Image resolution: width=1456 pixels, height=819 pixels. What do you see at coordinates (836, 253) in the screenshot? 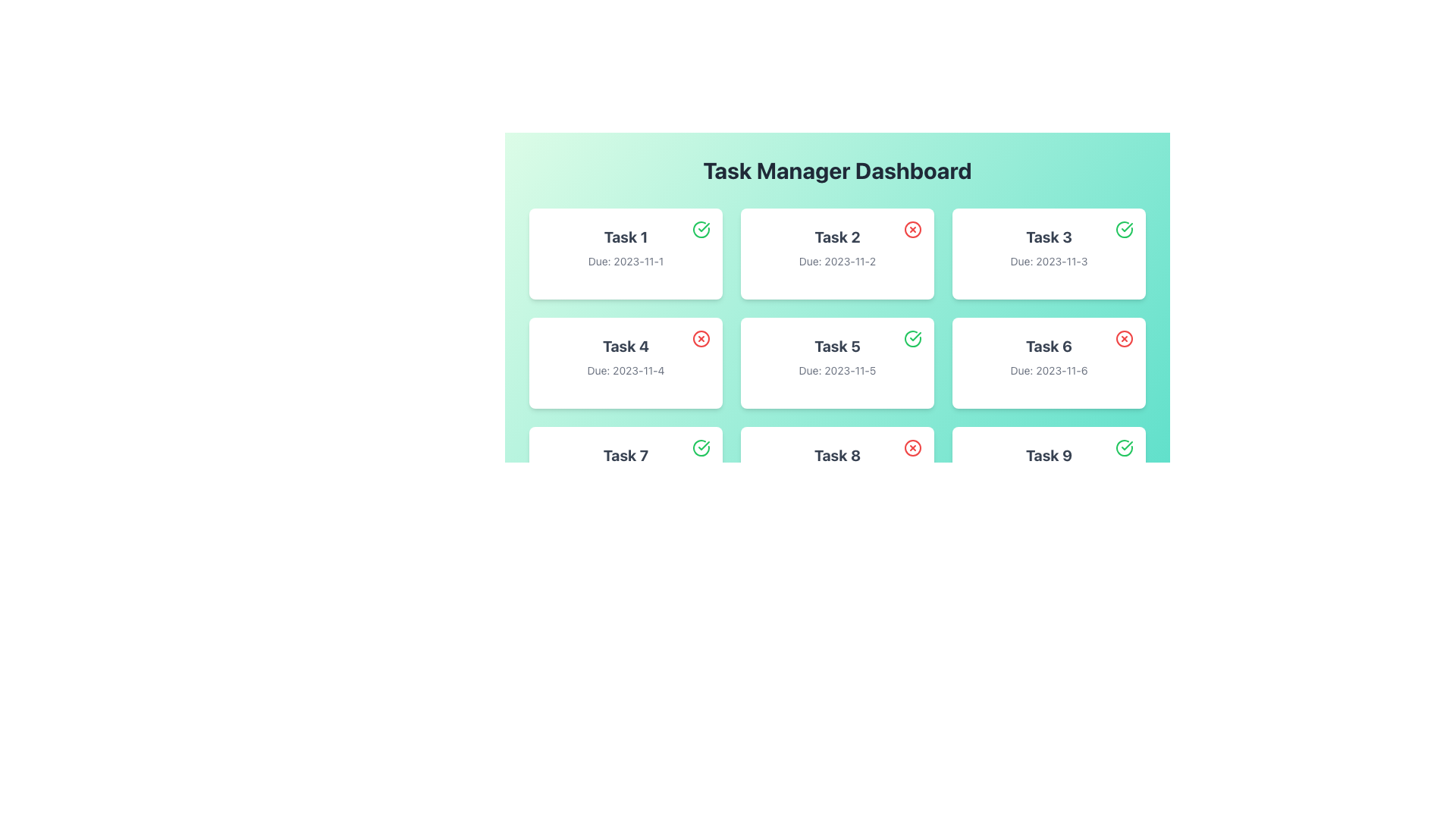
I see `the second task card in the task management system, which displays task information such as name and due date` at bounding box center [836, 253].